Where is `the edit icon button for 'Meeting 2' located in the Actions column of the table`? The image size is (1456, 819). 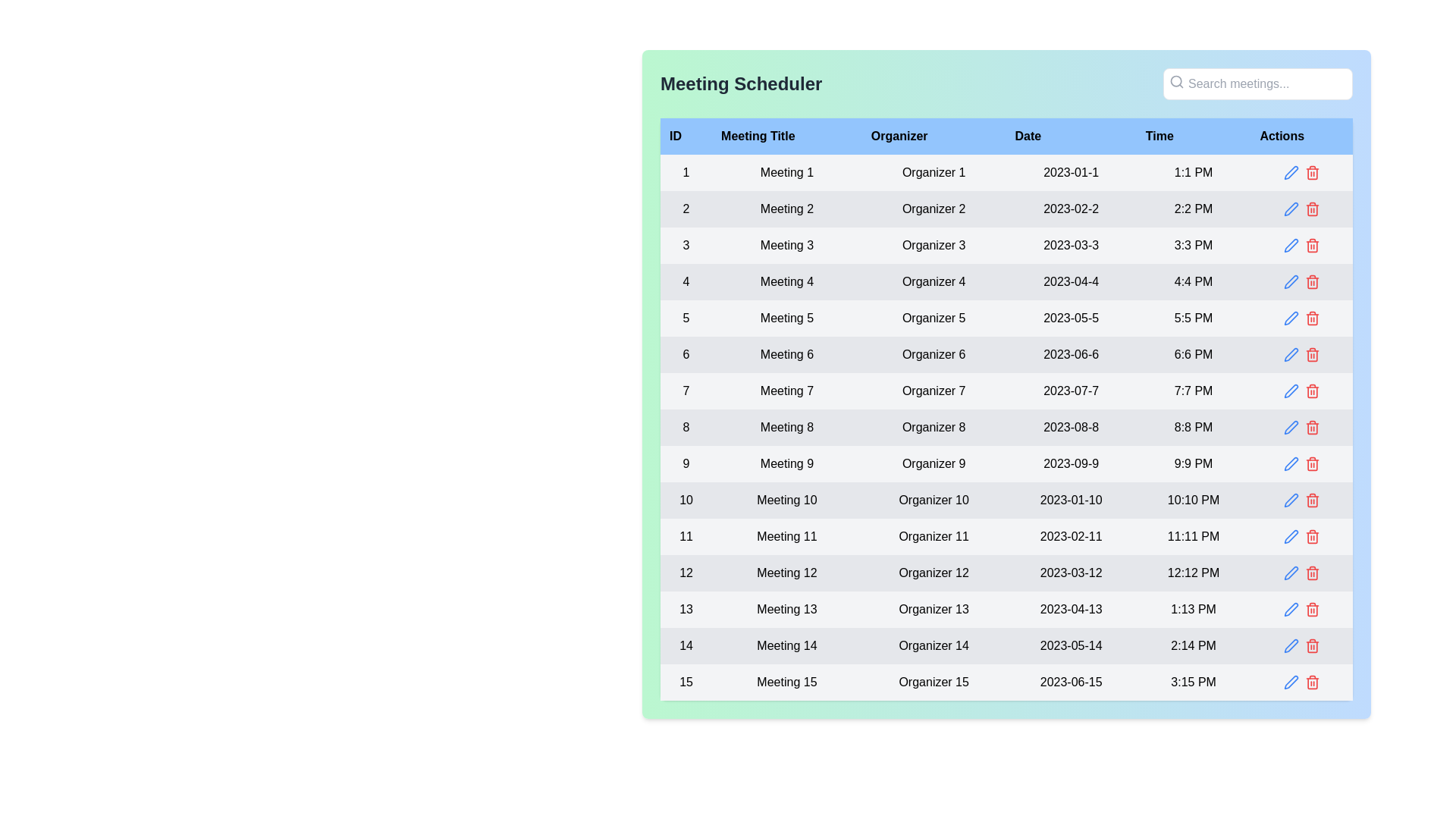 the edit icon button for 'Meeting 2' located in the Actions column of the table is located at coordinates (1290, 209).